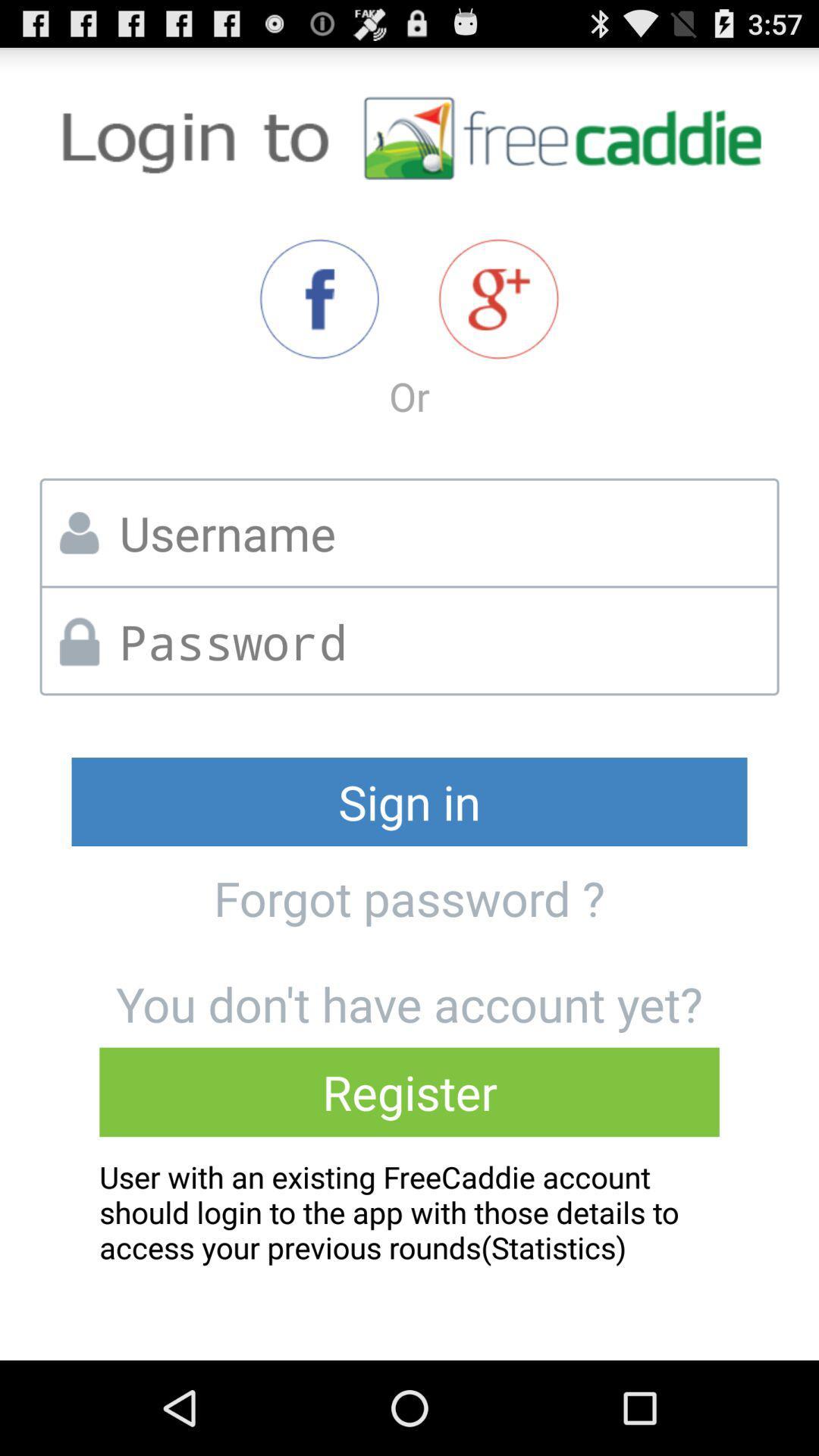 The width and height of the screenshot is (819, 1456). Describe the element at coordinates (318, 299) in the screenshot. I see `item above the or icon` at that location.